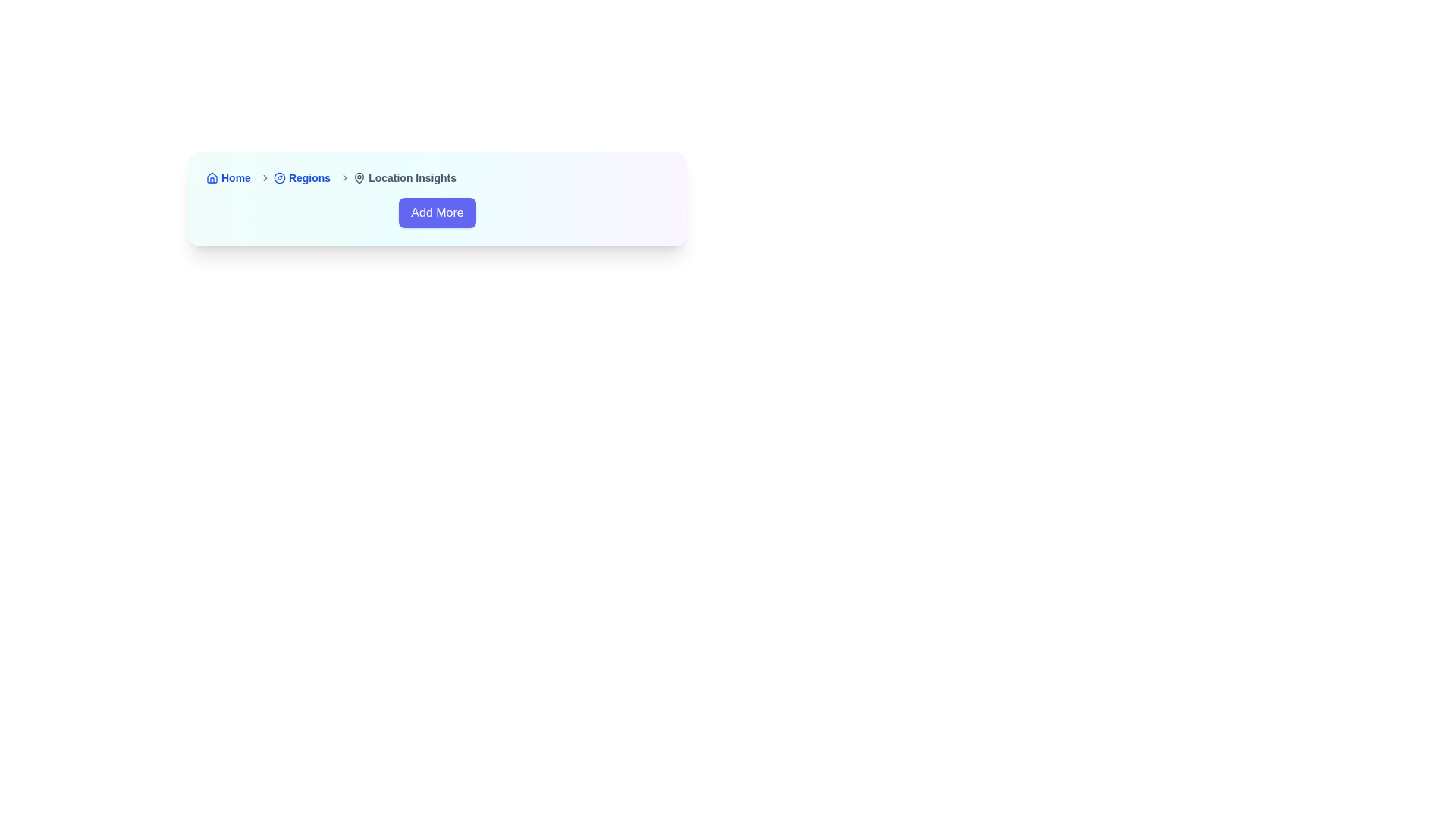  What do you see at coordinates (359, 177) in the screenshot?
I see `the map pin icon located to the left of the 'Location Insights' text label` at bounding box center [359, 177].